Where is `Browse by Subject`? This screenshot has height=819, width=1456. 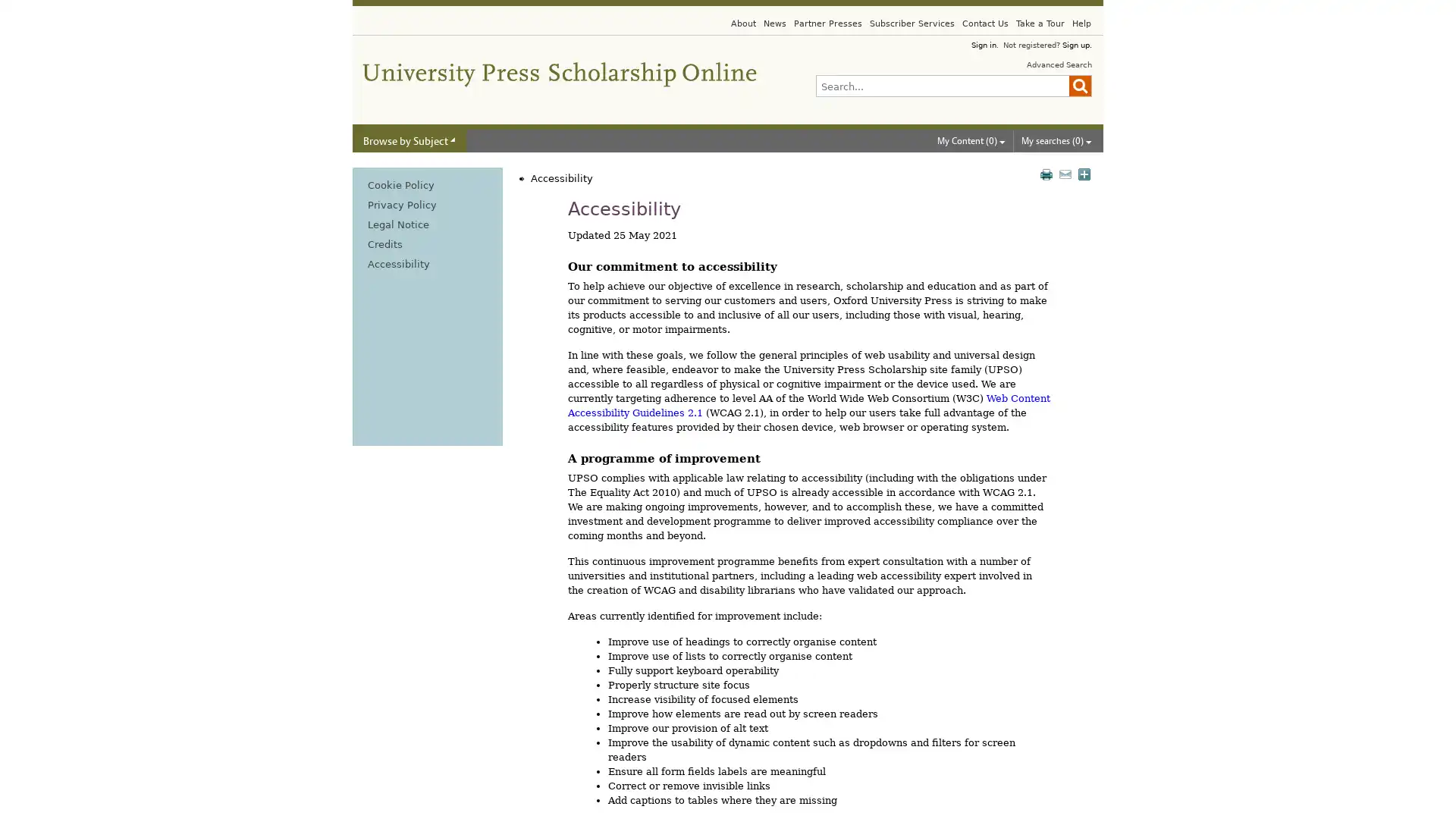 Browse by Subject is located at coordinates (409, 140).